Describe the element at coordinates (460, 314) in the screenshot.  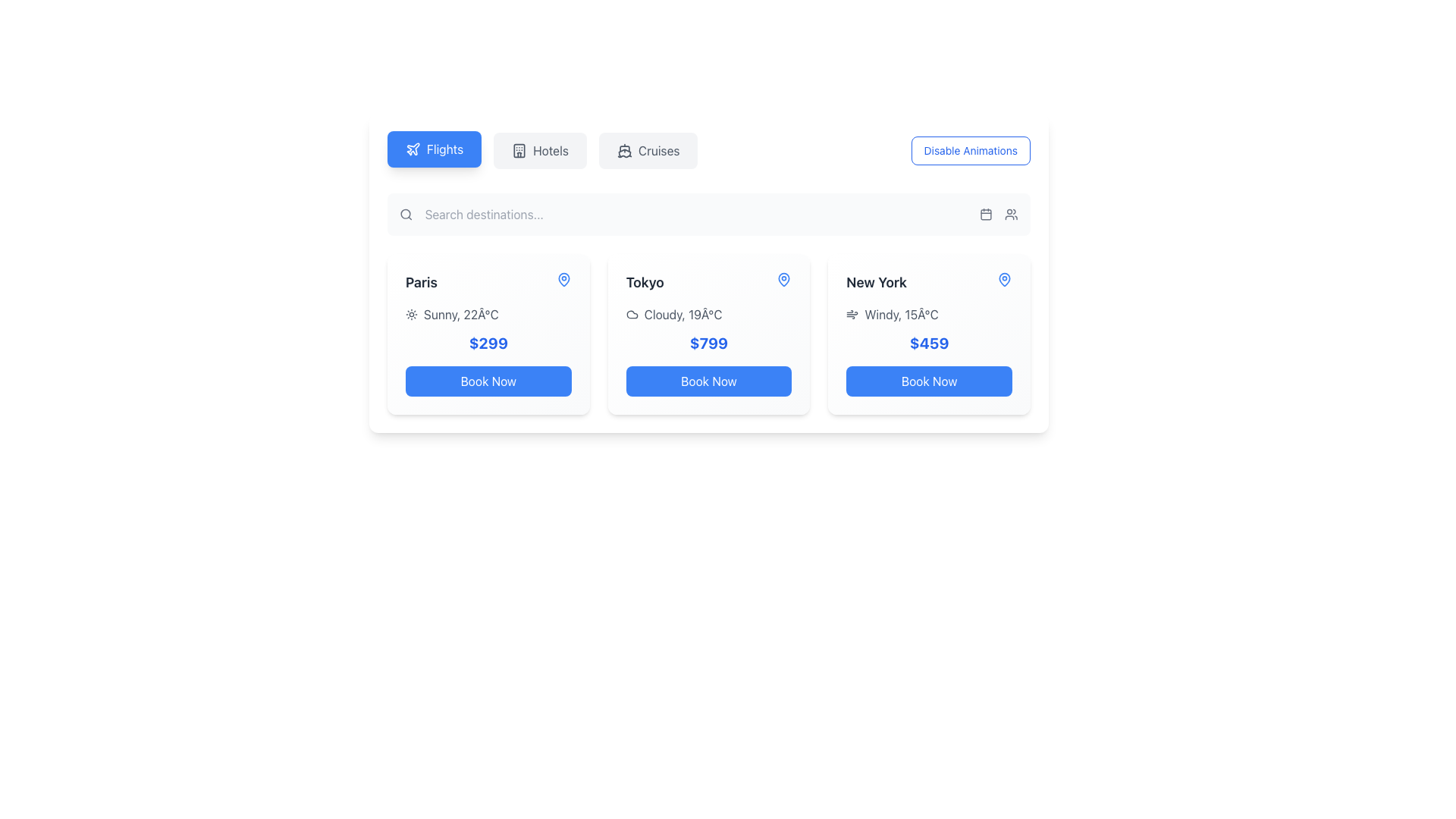
I see `the text label displaying 'Sunny, 22°C' that provides weather information for Paris, located under the 'Paris' label and above the price information` at that location.